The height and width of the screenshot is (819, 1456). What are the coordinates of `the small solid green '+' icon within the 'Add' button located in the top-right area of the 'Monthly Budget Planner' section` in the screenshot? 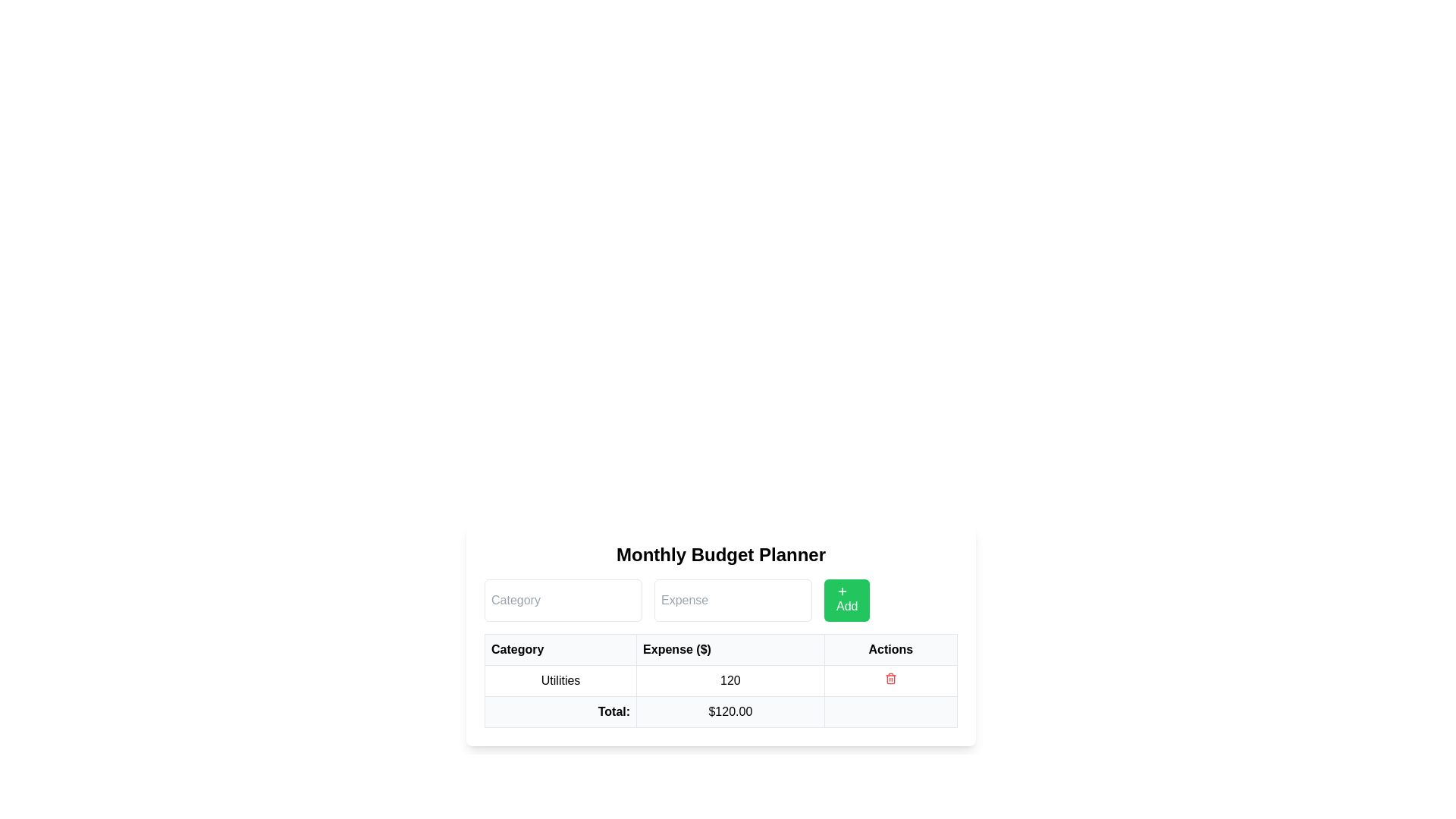 It's located at (841, 590).